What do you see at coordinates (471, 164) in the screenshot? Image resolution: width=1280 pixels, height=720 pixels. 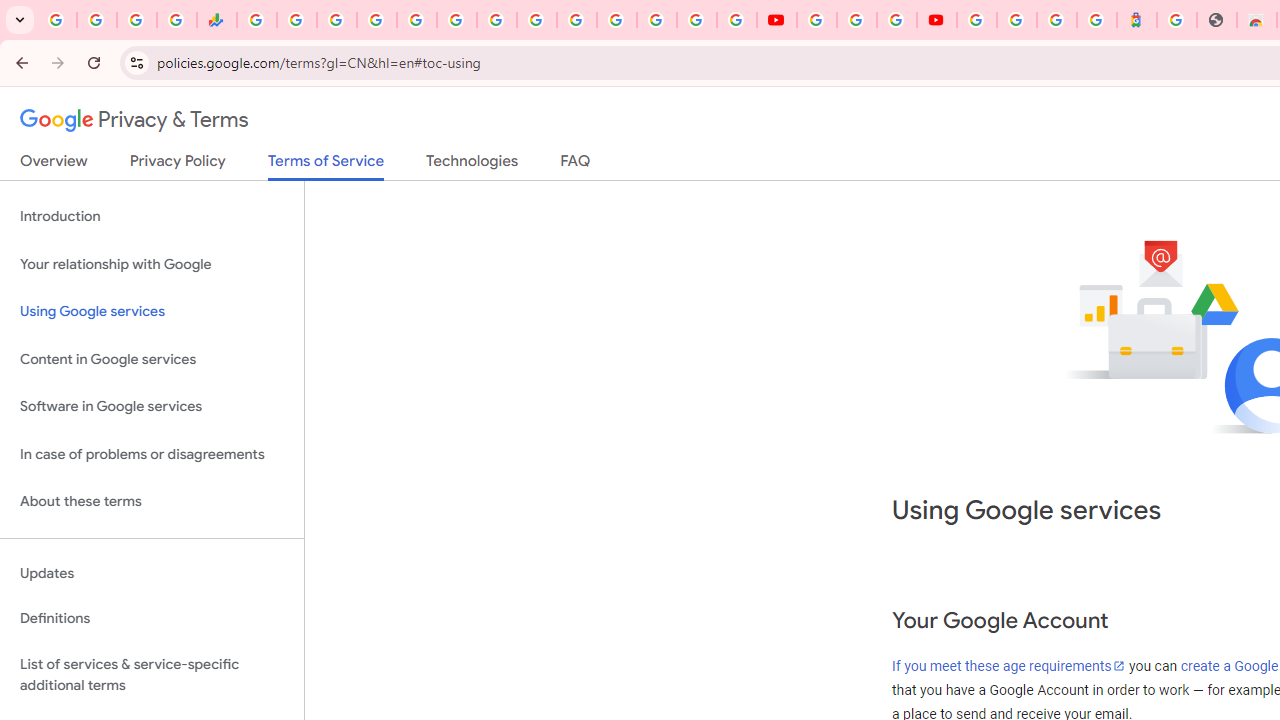 I see `'Technologies'` at bounding box center [471, 164].